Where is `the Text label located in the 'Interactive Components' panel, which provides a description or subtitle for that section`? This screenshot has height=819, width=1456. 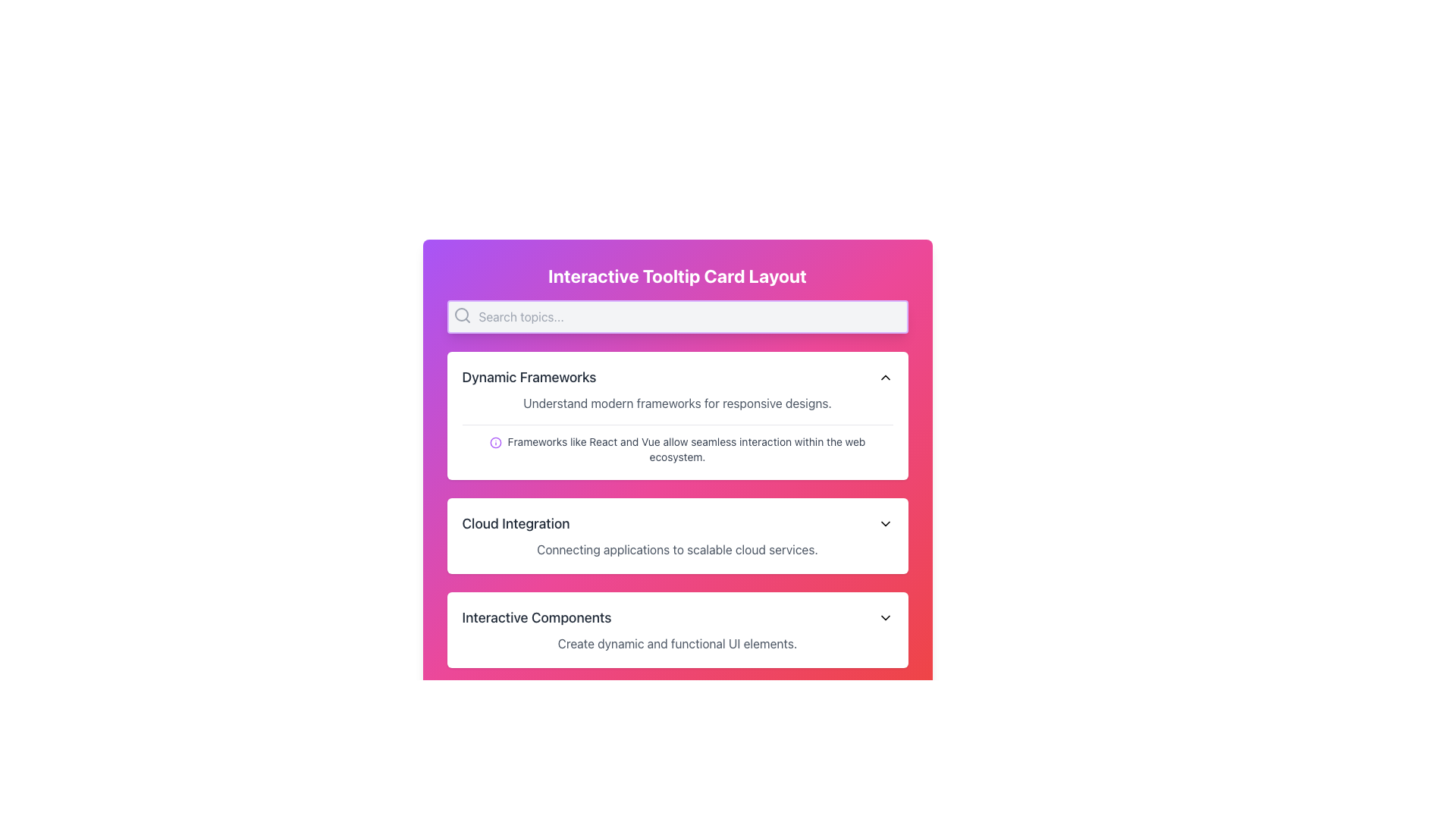
the Text label located in the 'Interactive Components' panel, which provides a description or subtitle for that section is located at coordinates (676, 643).